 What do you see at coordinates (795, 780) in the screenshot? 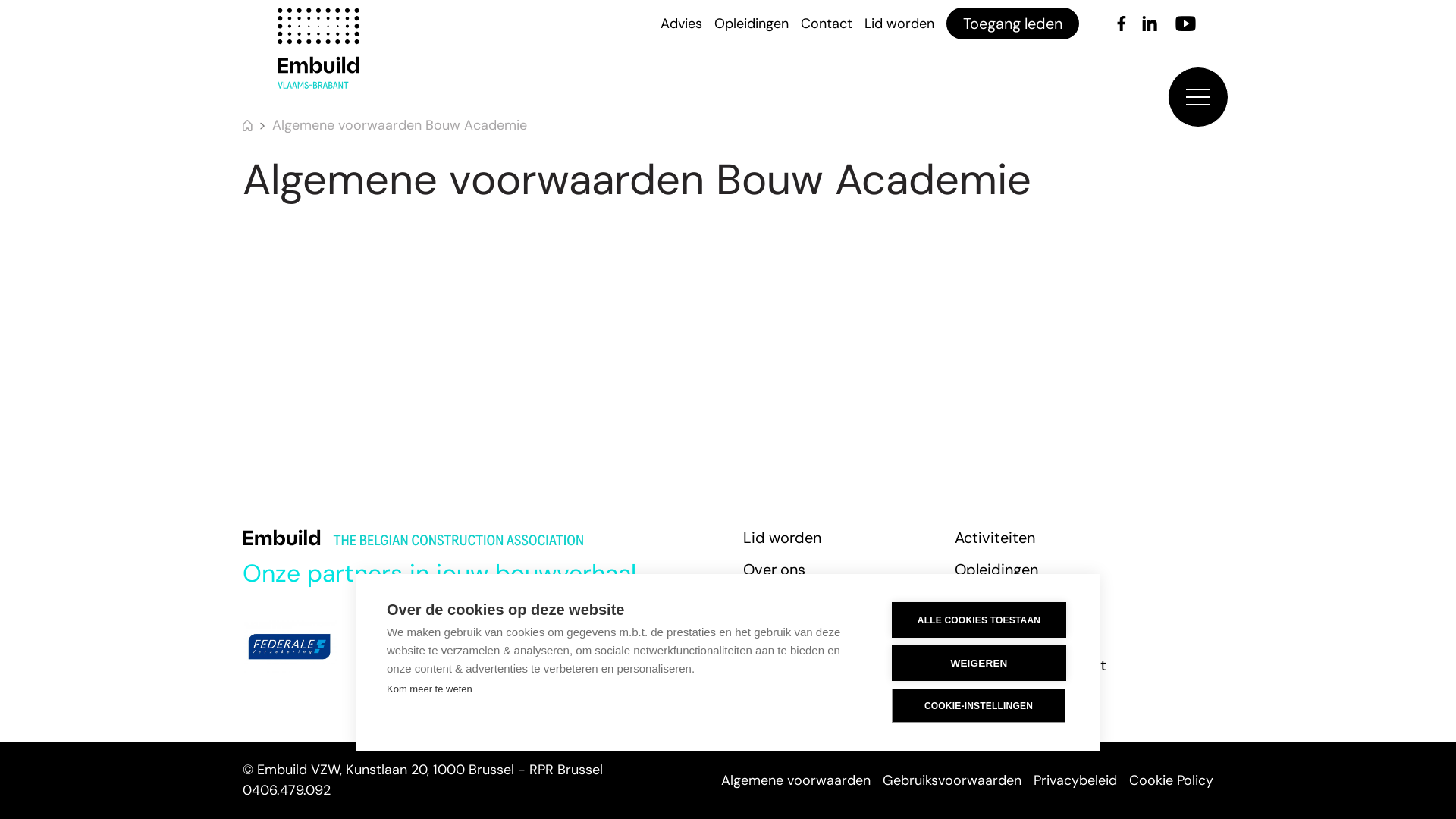
I see `'Algemene voorwaarden'` at bounding box center [795, 780].